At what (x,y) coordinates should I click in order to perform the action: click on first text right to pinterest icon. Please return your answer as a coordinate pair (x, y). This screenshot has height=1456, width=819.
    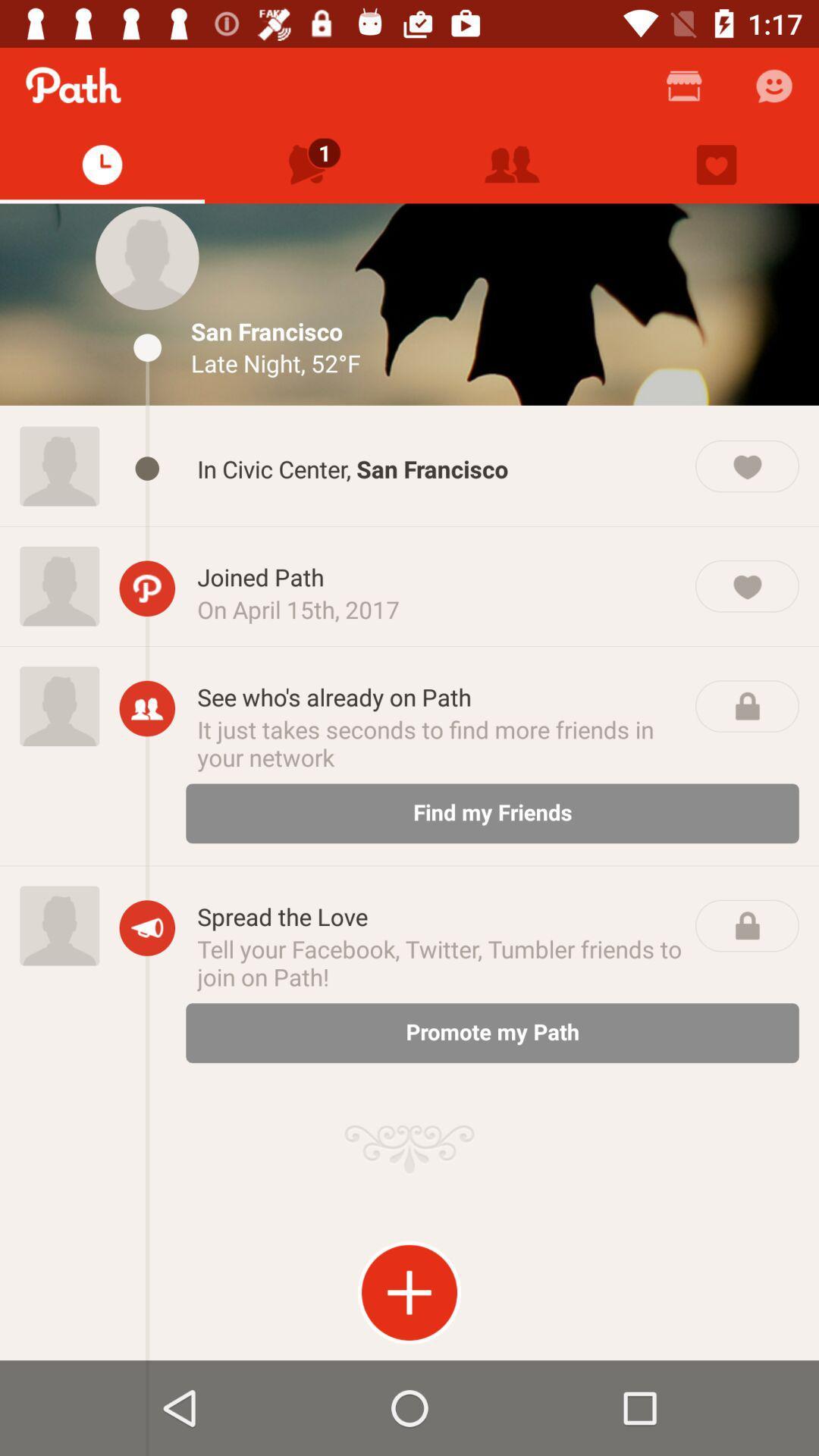
    Looking at the image, I should click on (441, 576).